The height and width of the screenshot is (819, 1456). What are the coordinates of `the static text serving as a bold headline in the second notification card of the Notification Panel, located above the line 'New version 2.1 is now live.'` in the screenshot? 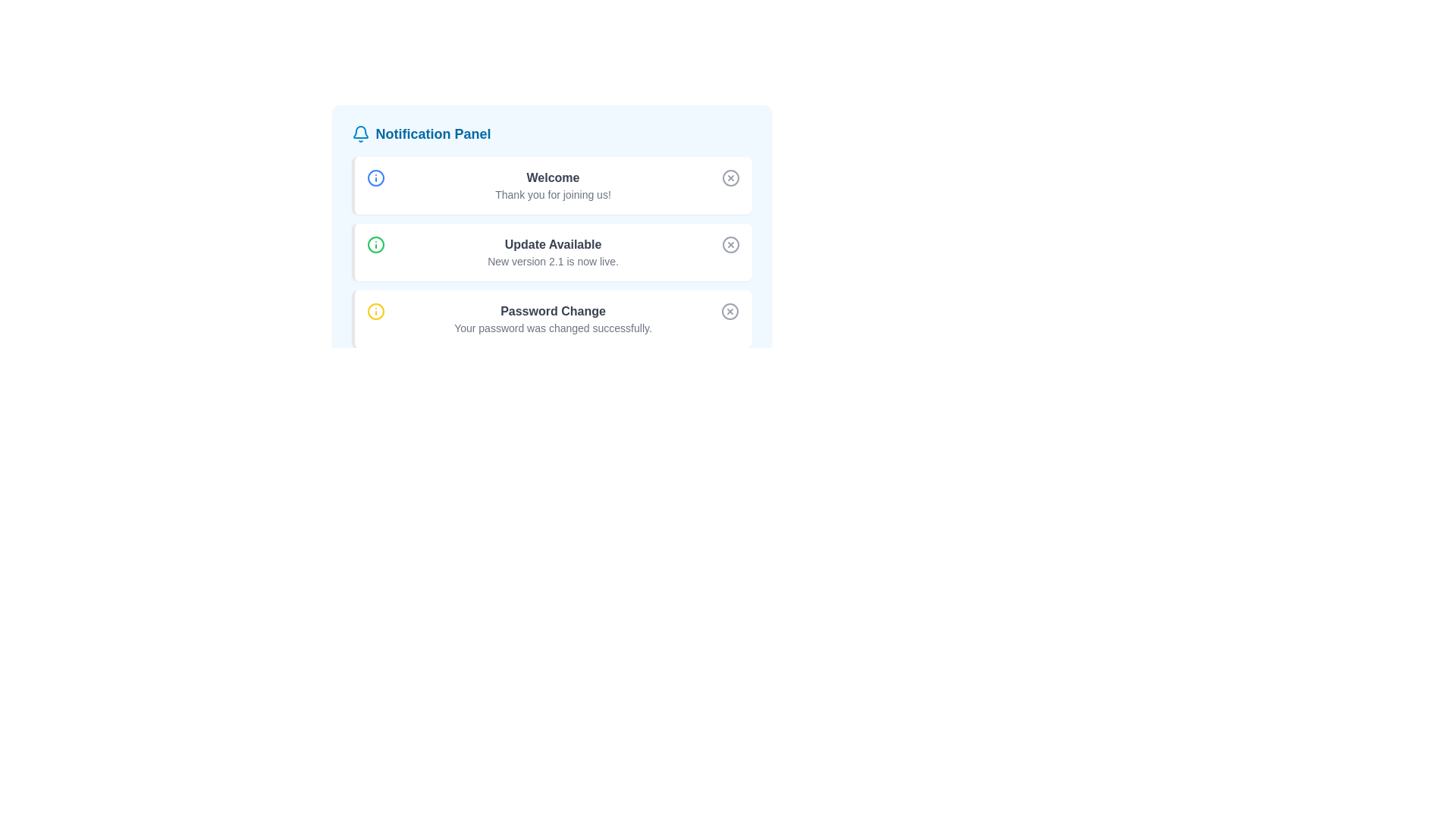 It's located at (552, 244).